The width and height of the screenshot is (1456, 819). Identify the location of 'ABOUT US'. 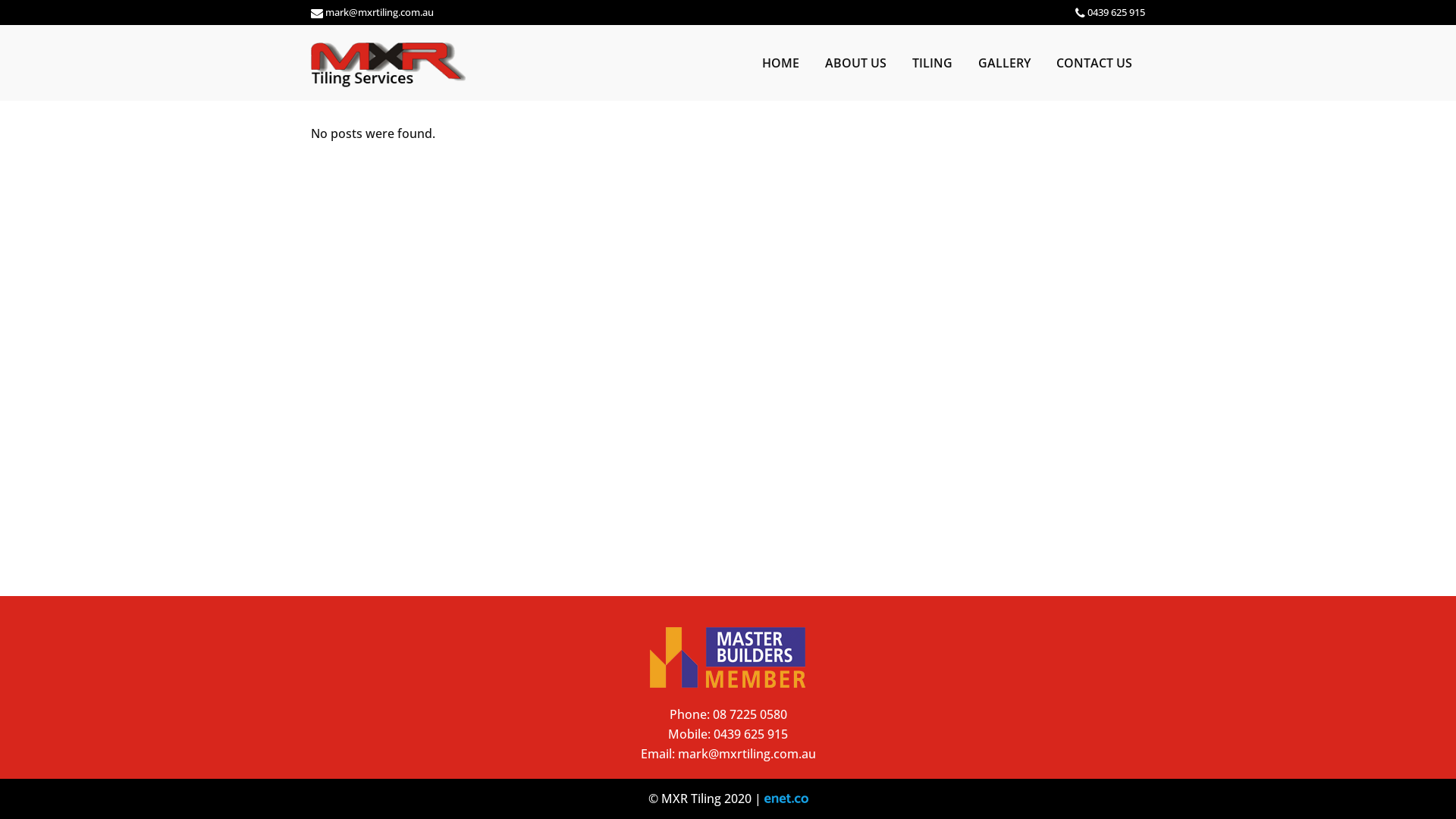
(811, 62).